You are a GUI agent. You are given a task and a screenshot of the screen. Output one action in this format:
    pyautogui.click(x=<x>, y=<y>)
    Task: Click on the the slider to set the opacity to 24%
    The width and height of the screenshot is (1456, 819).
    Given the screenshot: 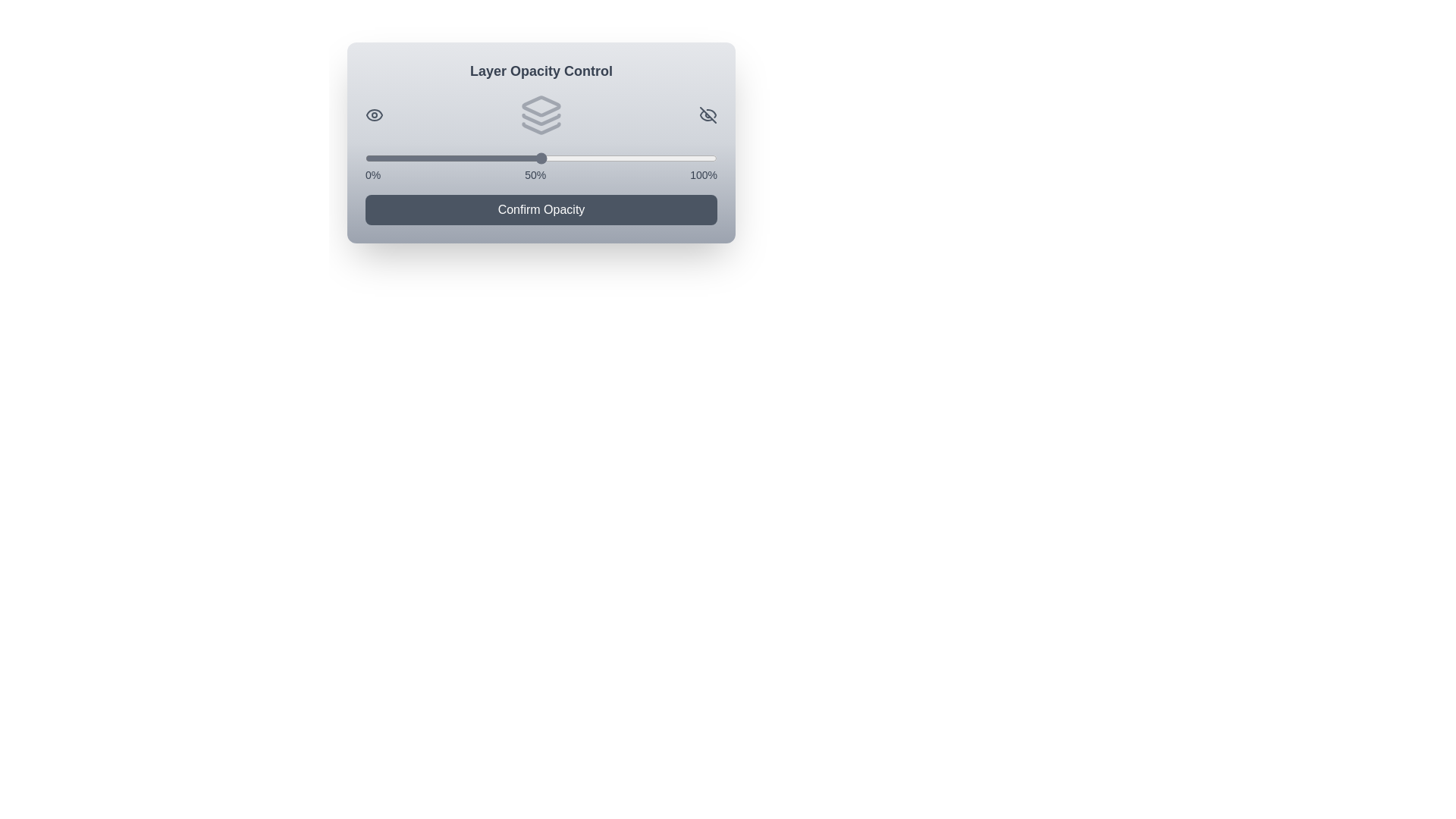 What is the action you would take?
    pyautogui.click(x=449, y=158)
    